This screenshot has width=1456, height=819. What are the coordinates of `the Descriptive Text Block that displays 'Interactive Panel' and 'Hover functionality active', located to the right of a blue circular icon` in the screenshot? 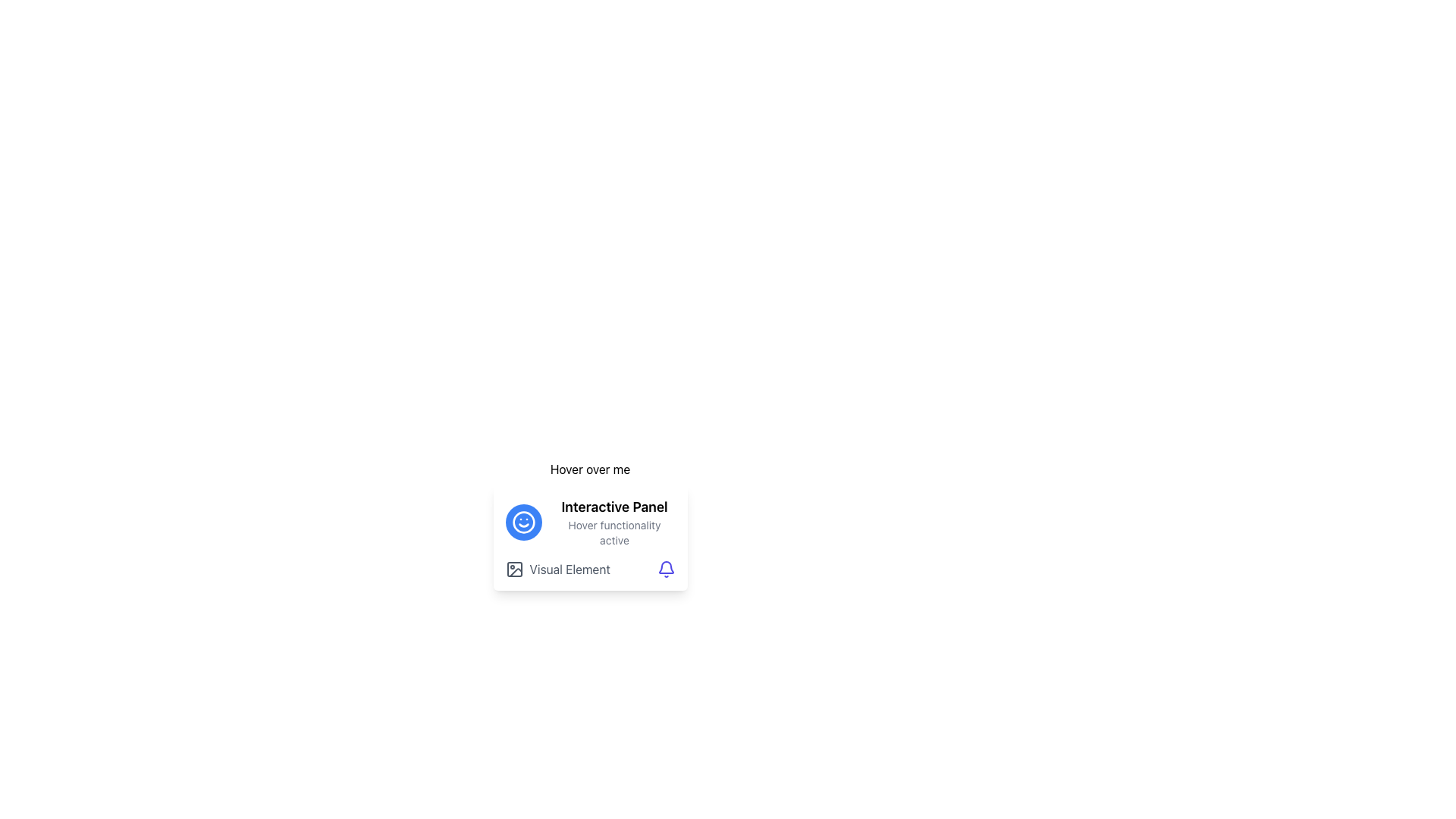 It's located at (614, 522).